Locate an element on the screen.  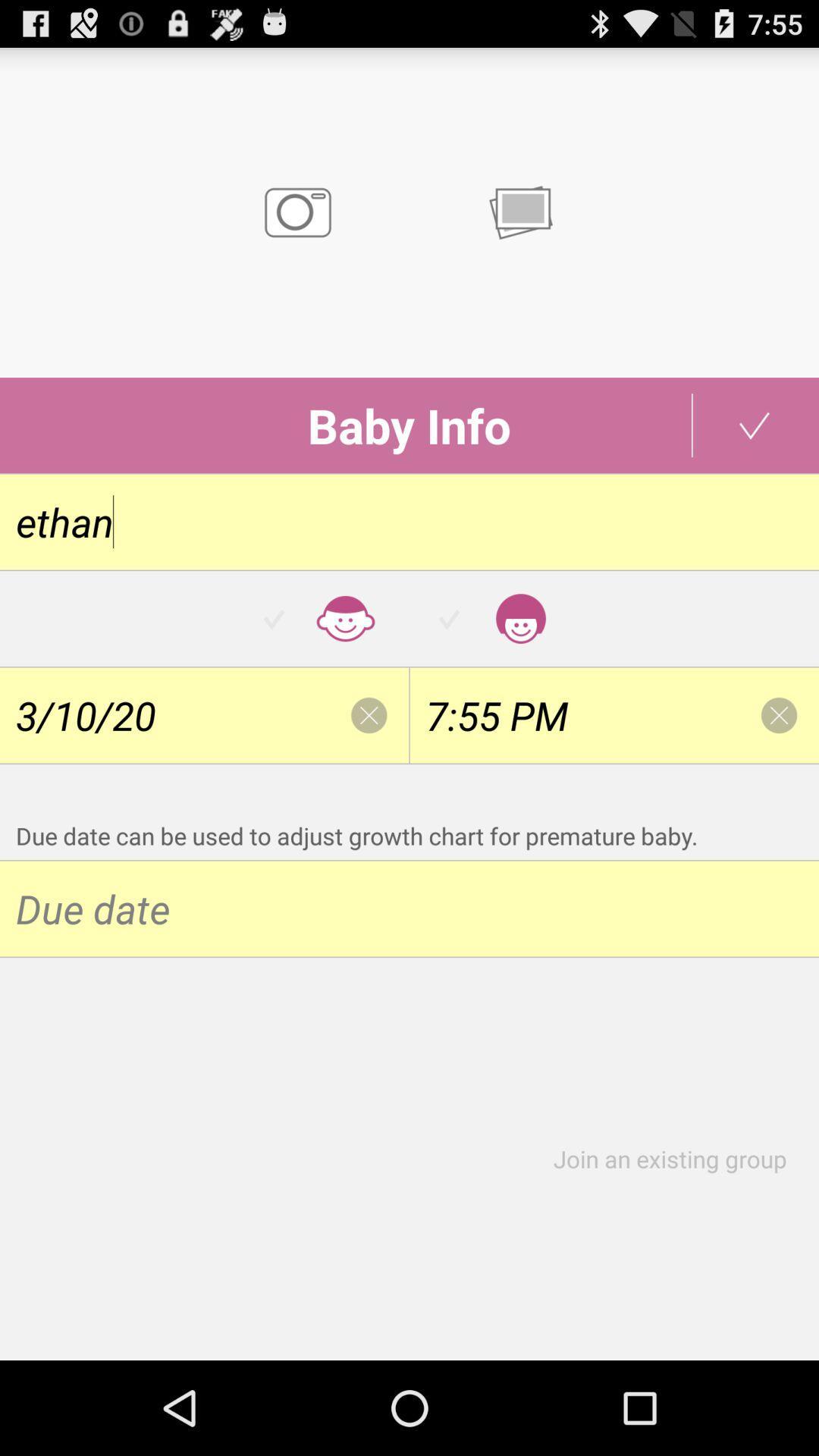
the check icon is located at coordinates (755, 454).